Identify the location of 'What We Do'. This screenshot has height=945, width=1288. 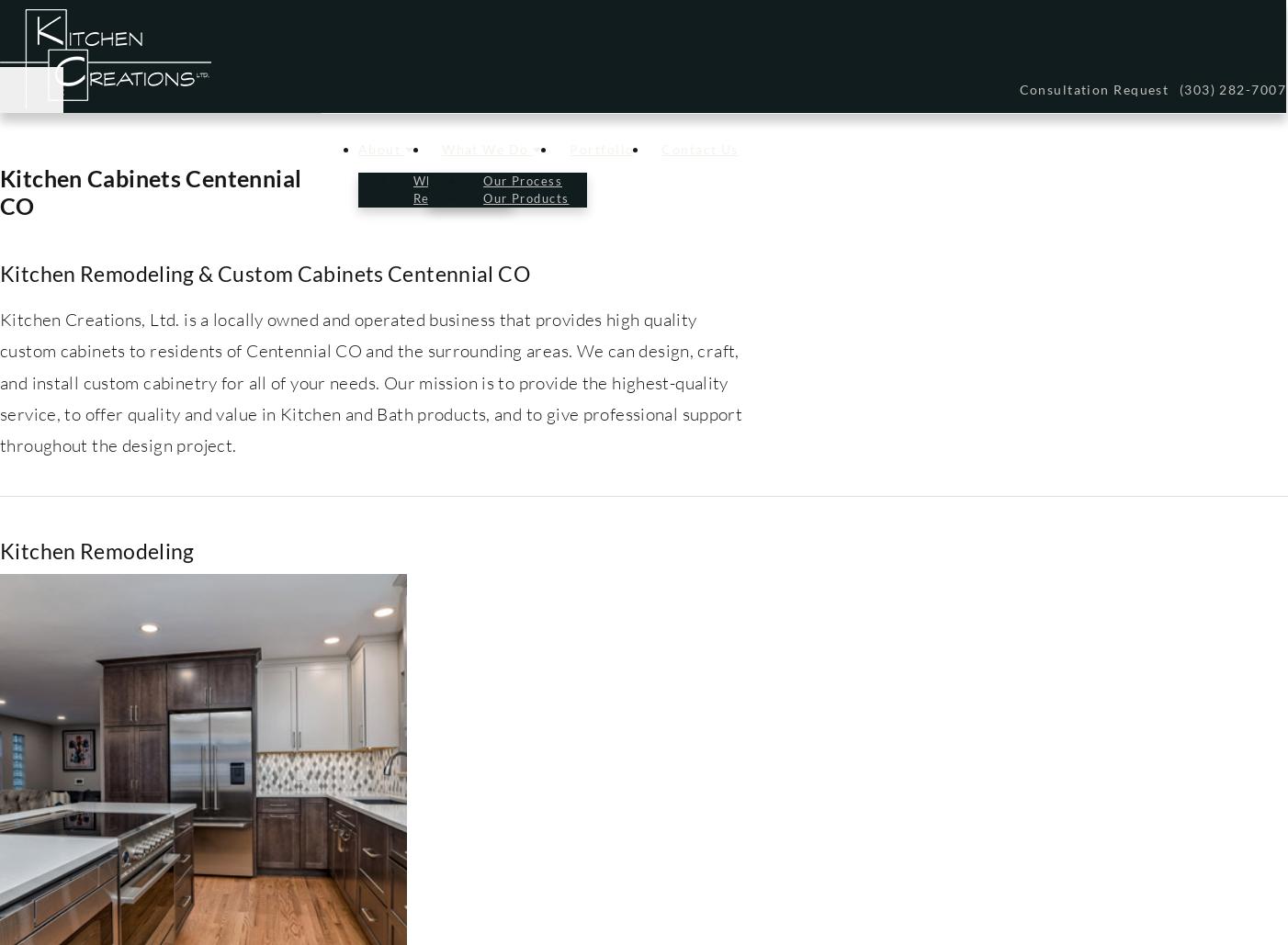
(442, 149).